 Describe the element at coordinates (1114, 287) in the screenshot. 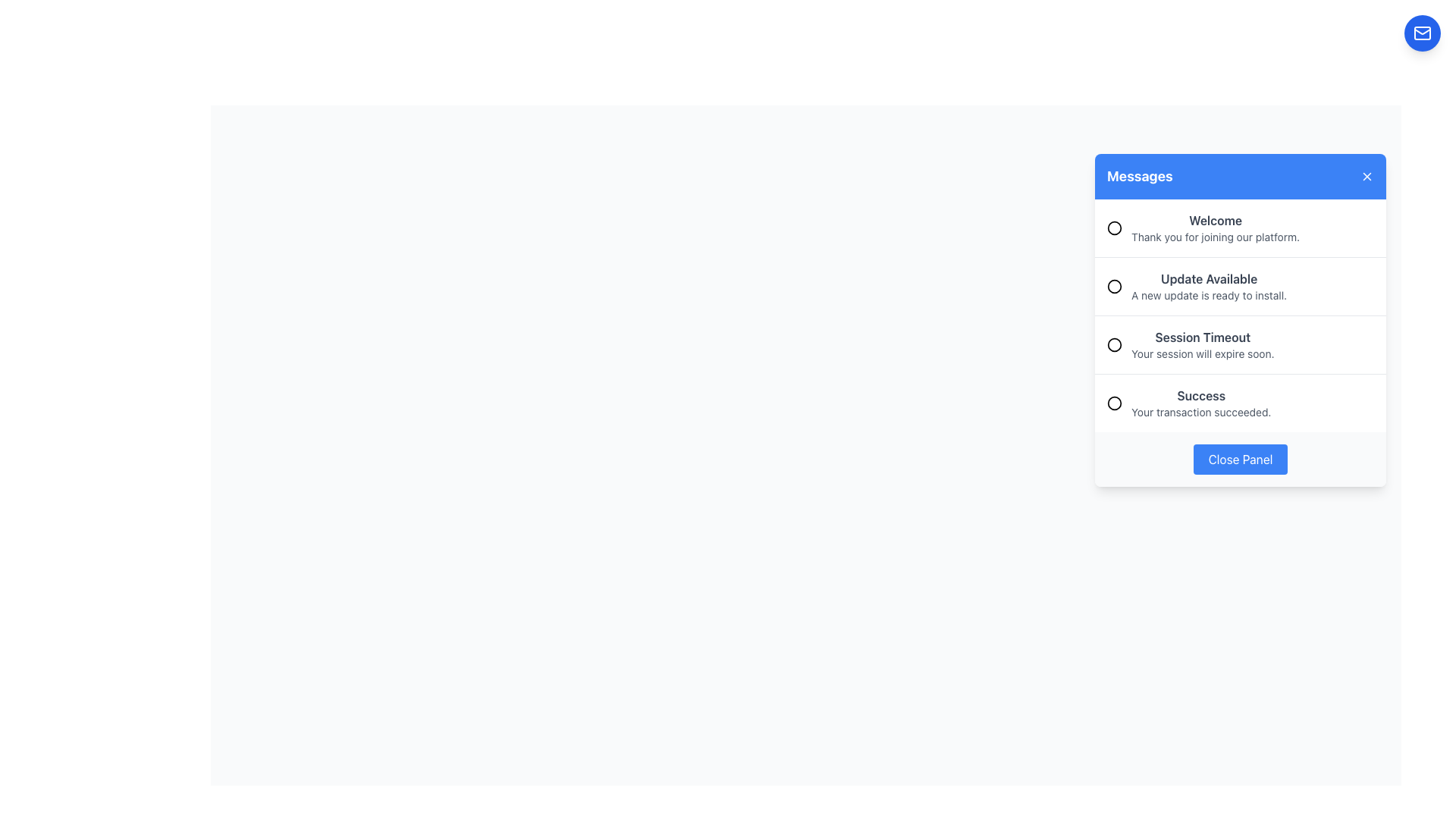

I see `the circle icon located in the 'Update Available' section of the 'Messages' panel, which is a 10px radius outlined circle` at that location.